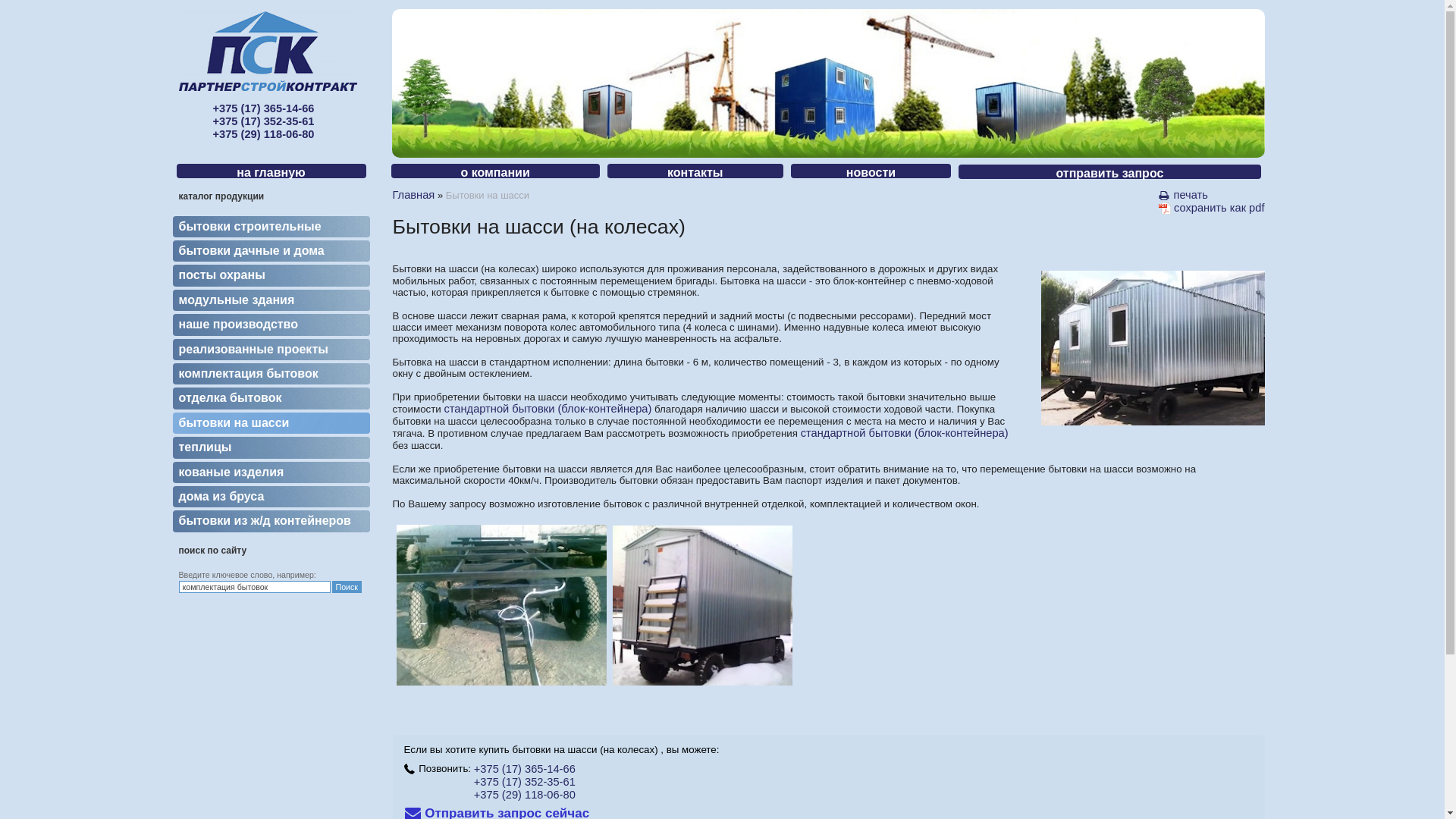  Describe the element at coordinates (524, 781) in the screenshot. I see `'+375 (17) 352-35-61'` at that location.